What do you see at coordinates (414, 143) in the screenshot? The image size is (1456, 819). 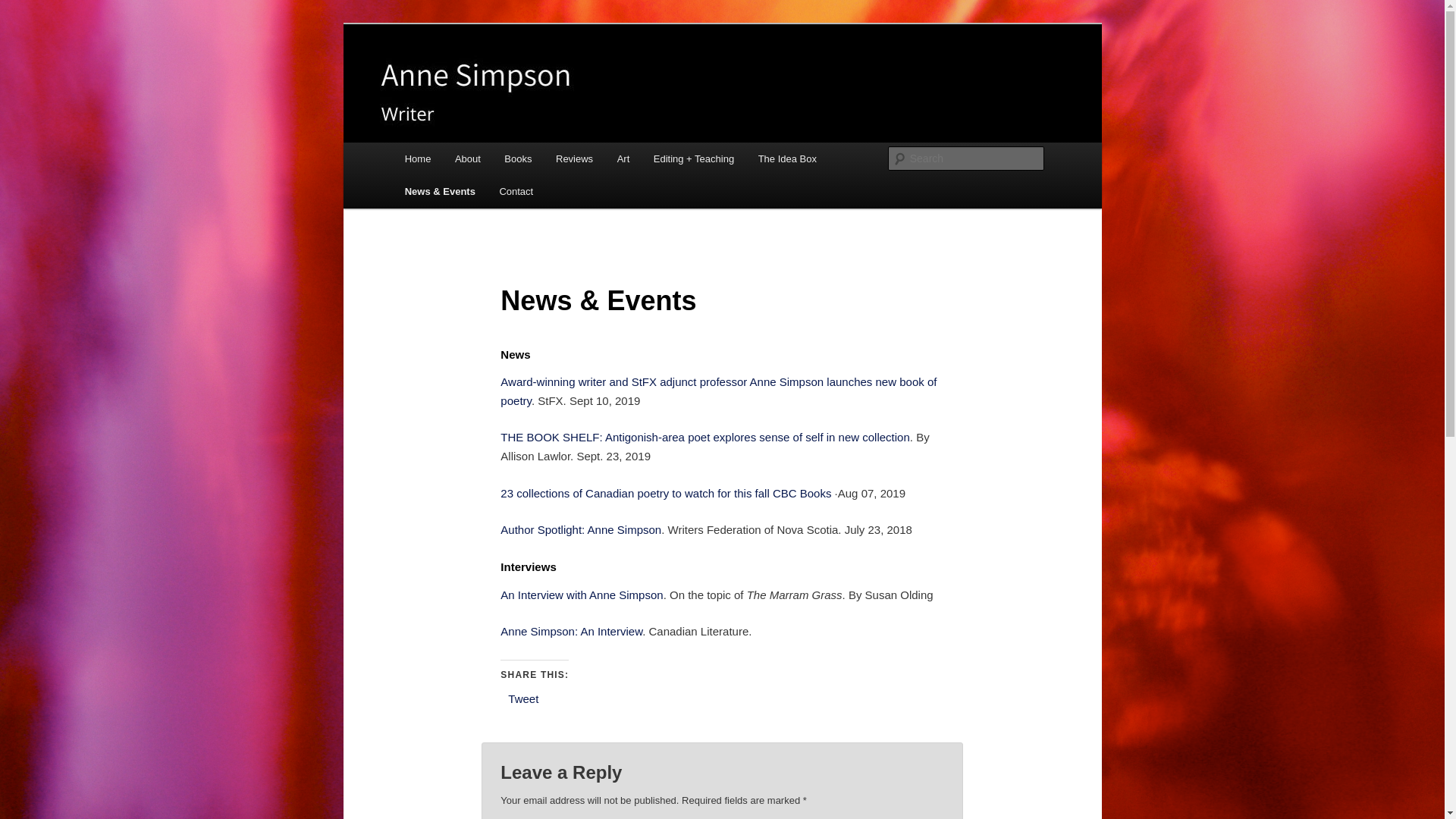 I see `'Skip to primary content'` at bounding box center [414, 143].